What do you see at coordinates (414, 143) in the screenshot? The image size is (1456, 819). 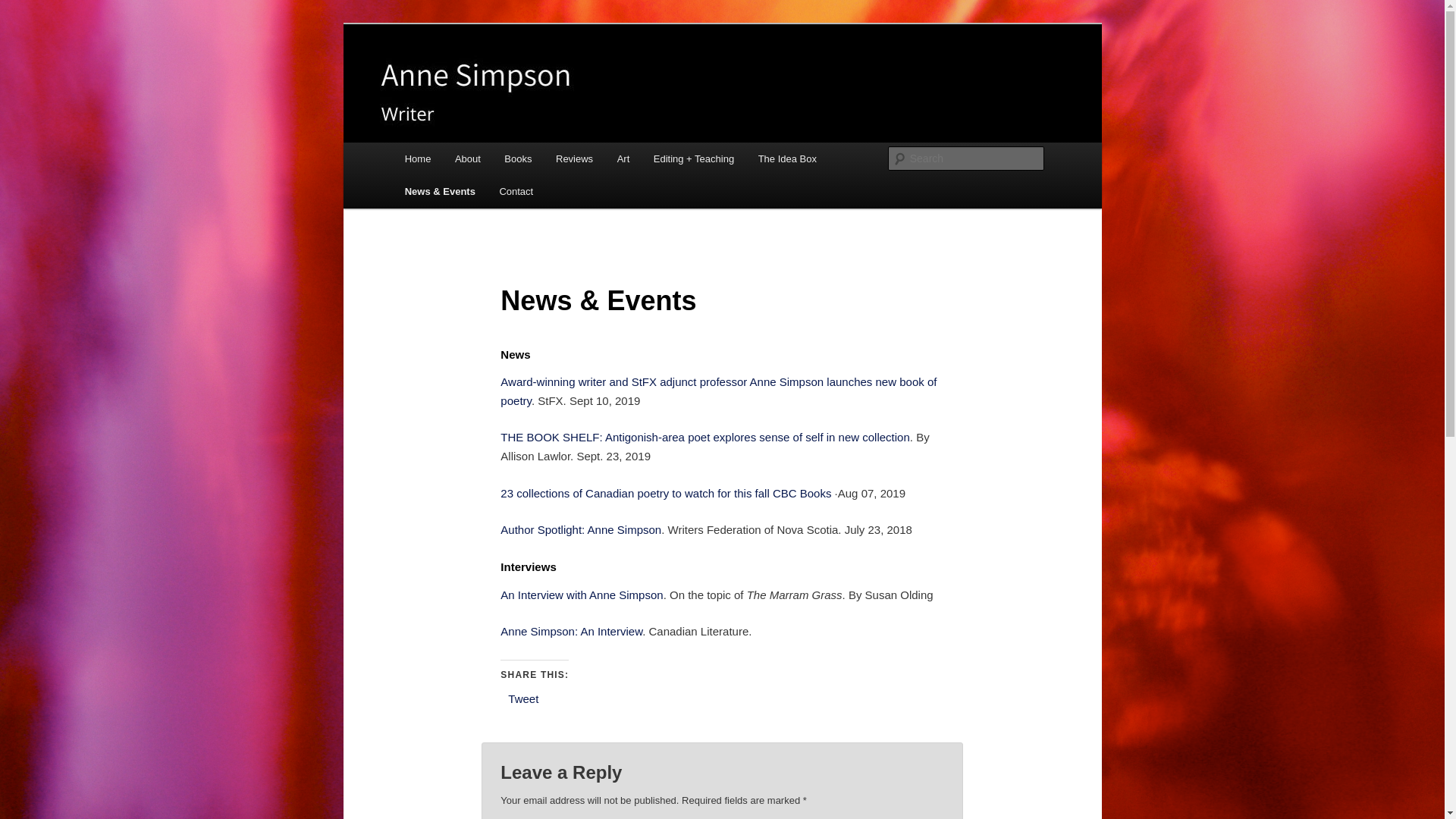 I see `'Skip to primary content'` at bounding box center [414, 143].